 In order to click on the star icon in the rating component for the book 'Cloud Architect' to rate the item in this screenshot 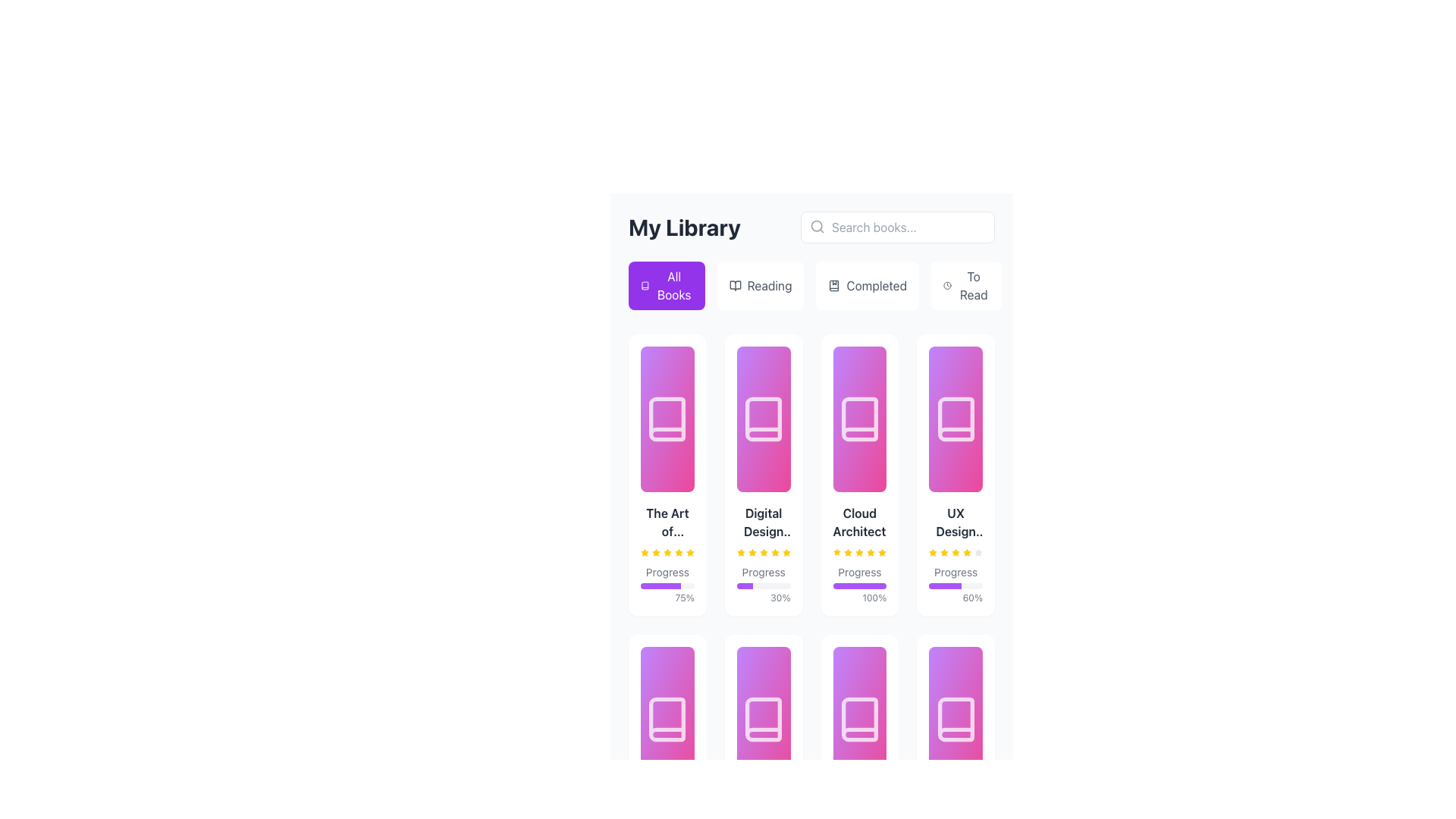, I will do `click(871, 552)`.